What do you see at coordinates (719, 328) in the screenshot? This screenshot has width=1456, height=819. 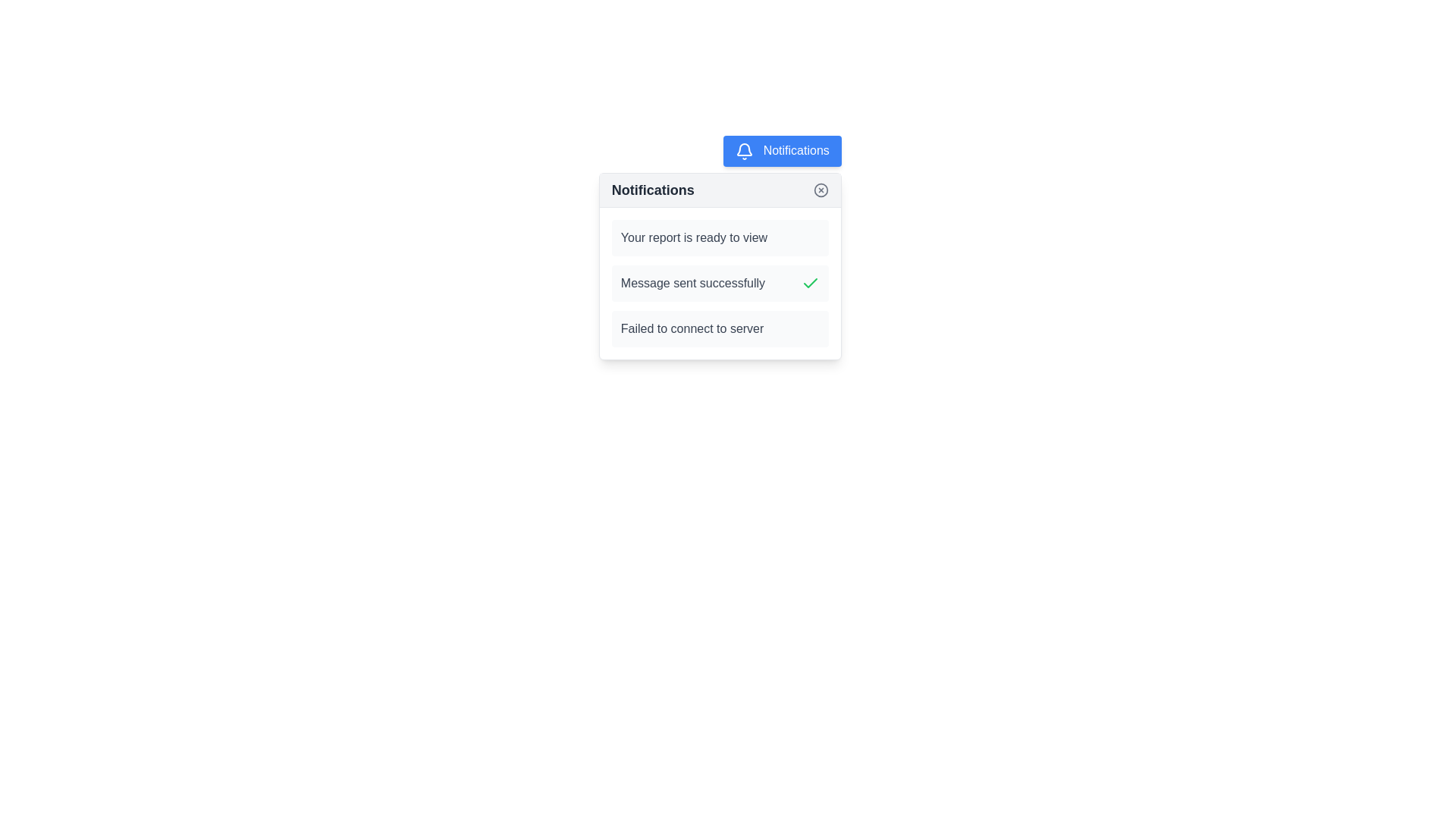 I see `the static notification block that informs the user about a connection failure, located at the bottom of the notification list` at bounding box center [719, 328].